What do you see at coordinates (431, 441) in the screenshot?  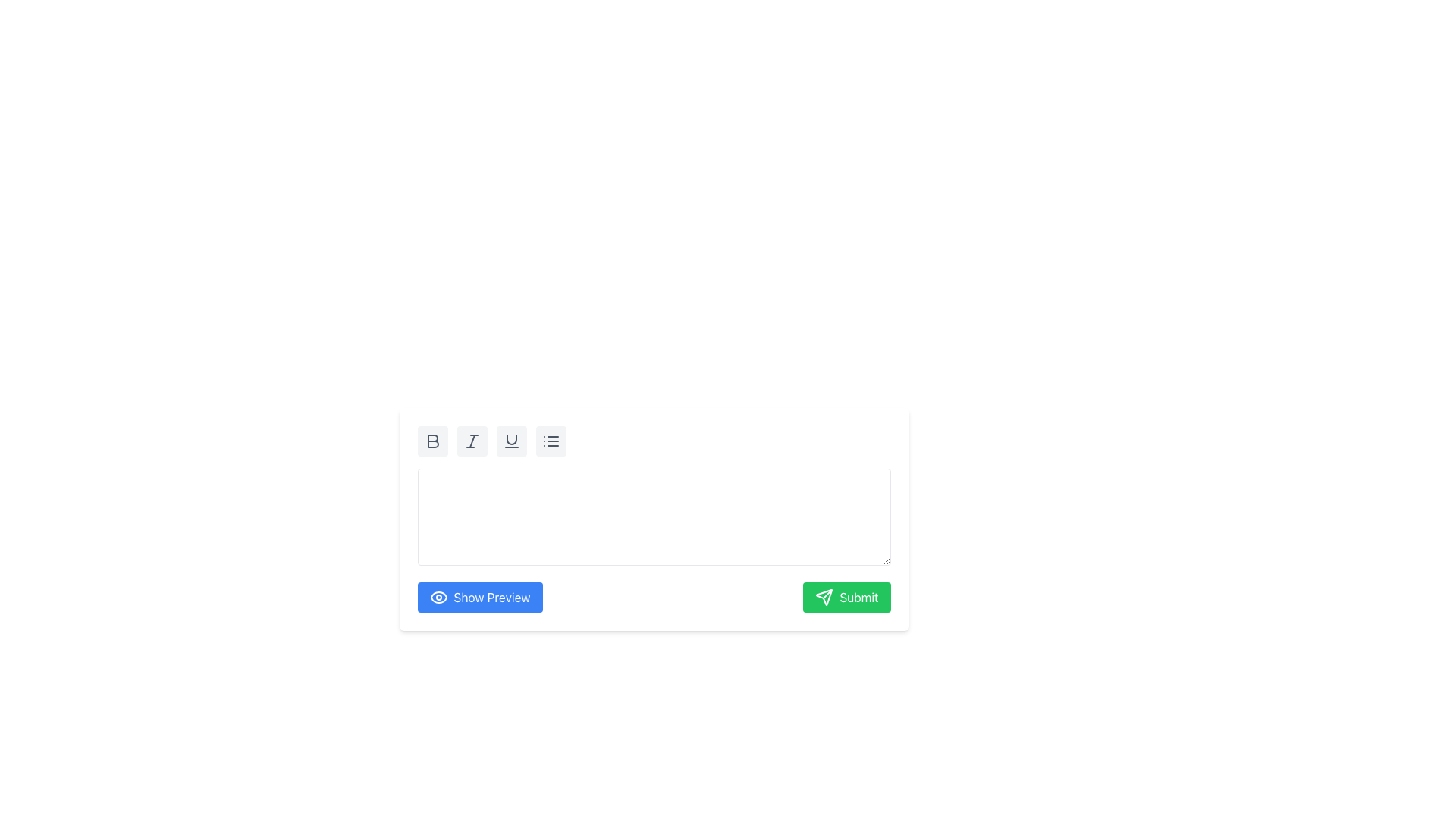 I see `the bold formatting button located at the top-left corner of the text editor` at bounding box center [431, 441].